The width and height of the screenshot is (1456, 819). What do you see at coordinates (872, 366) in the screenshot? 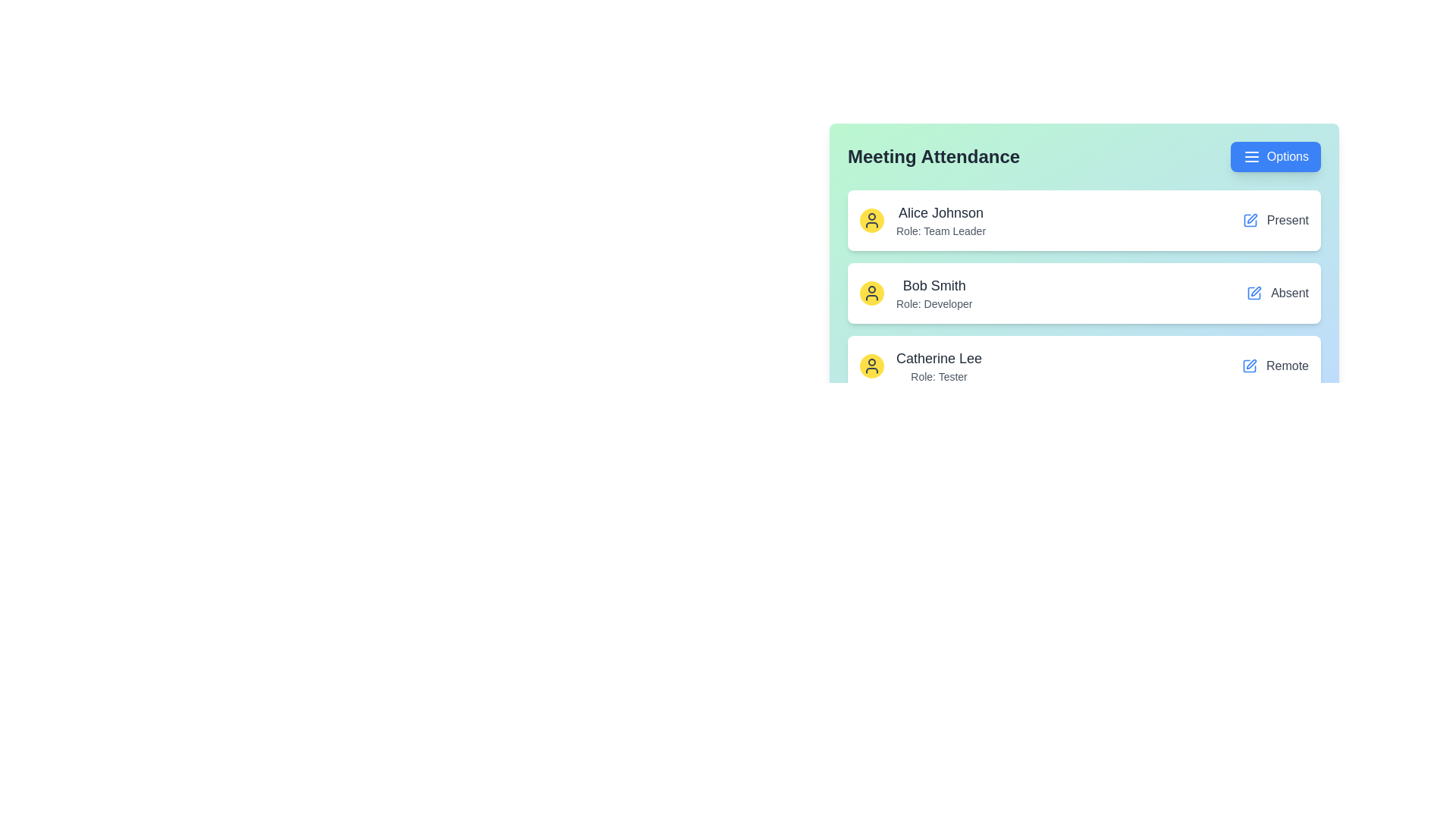
I see `the image icon representing Catherine Lee` at bounding box center [872, 366].